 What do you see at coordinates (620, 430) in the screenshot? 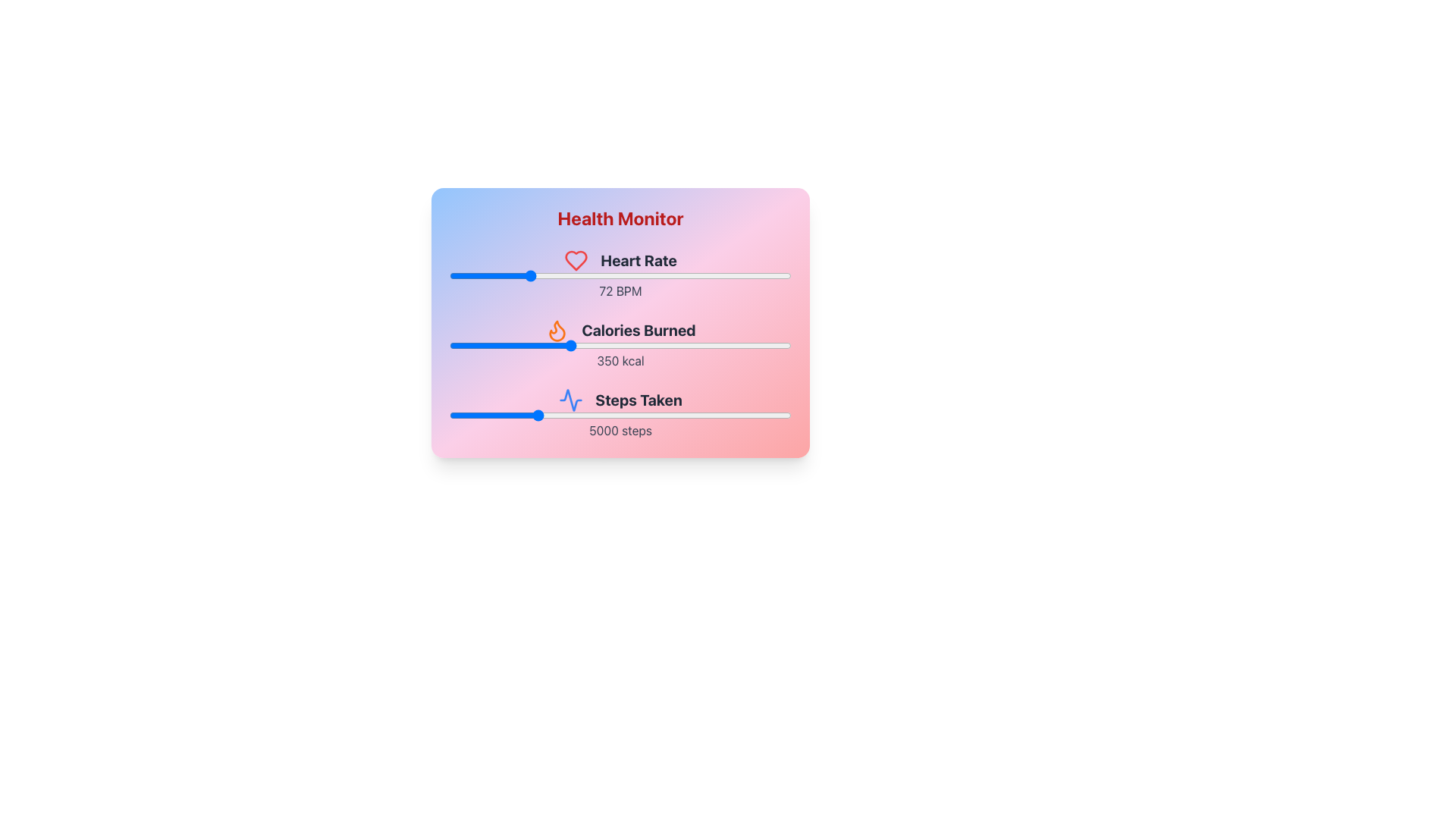
I see `the static informational label displaying '5000 steps' in gray color, located beneath 'Steps Taken'` at bounding box center [620, 430].